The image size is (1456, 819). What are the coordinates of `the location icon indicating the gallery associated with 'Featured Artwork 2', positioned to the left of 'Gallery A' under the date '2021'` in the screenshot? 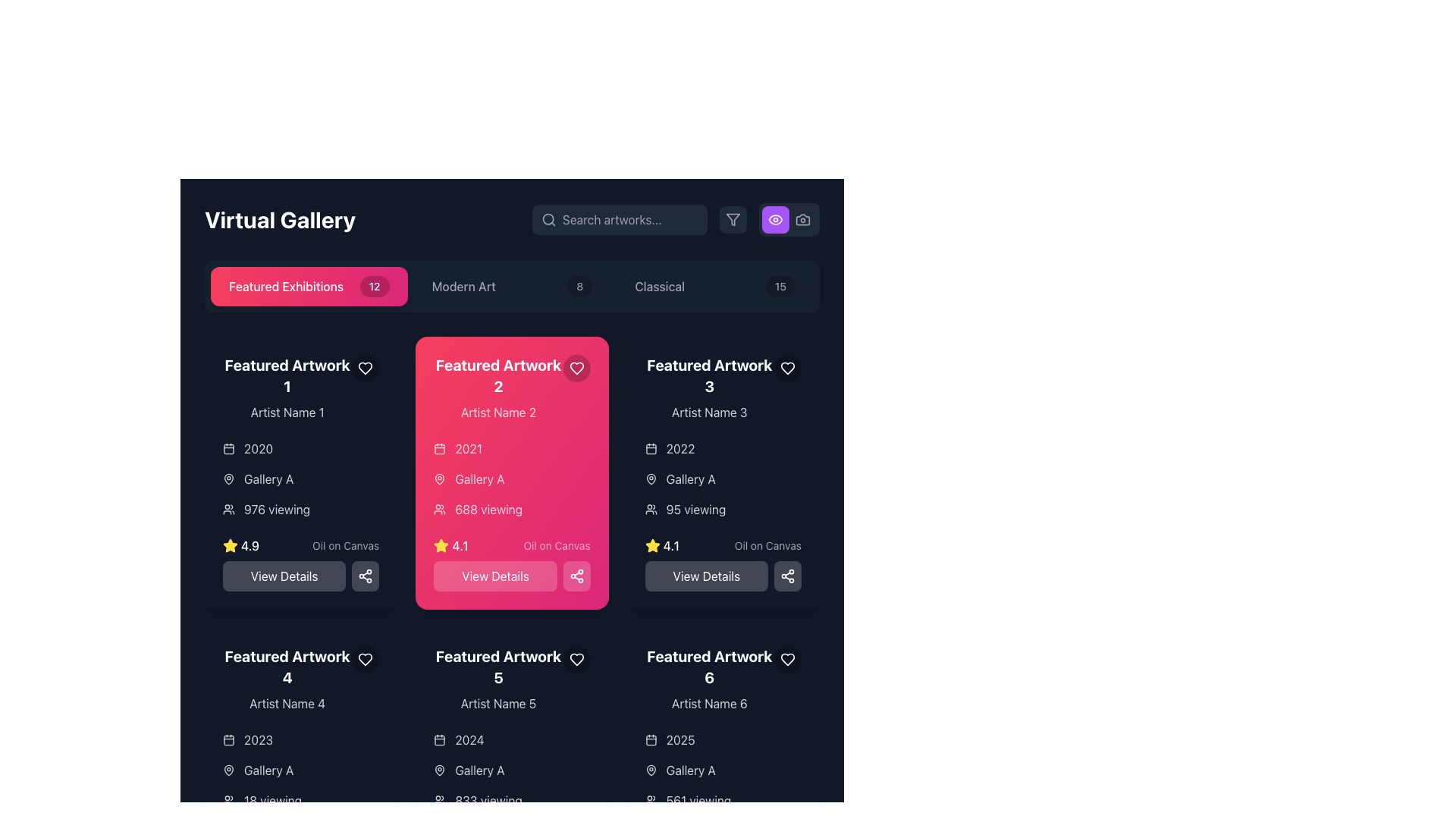 It's located at (651, 479).